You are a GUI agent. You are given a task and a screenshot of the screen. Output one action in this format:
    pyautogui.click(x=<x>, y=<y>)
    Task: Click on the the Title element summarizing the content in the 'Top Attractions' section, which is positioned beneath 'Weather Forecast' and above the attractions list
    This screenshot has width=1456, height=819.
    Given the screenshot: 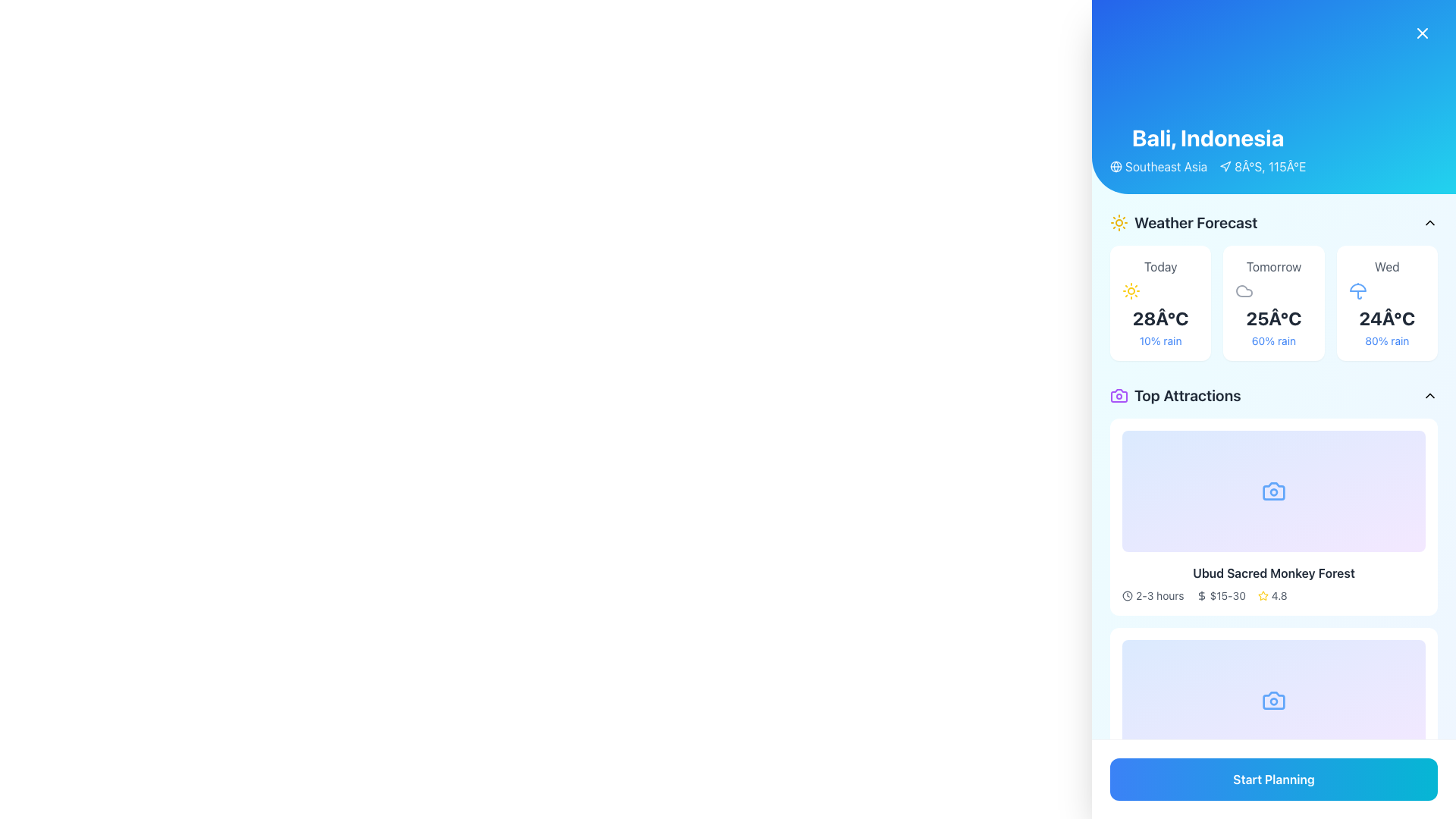 What is the action you would take?
    pyautogui.click(x=1175, y=394)
    